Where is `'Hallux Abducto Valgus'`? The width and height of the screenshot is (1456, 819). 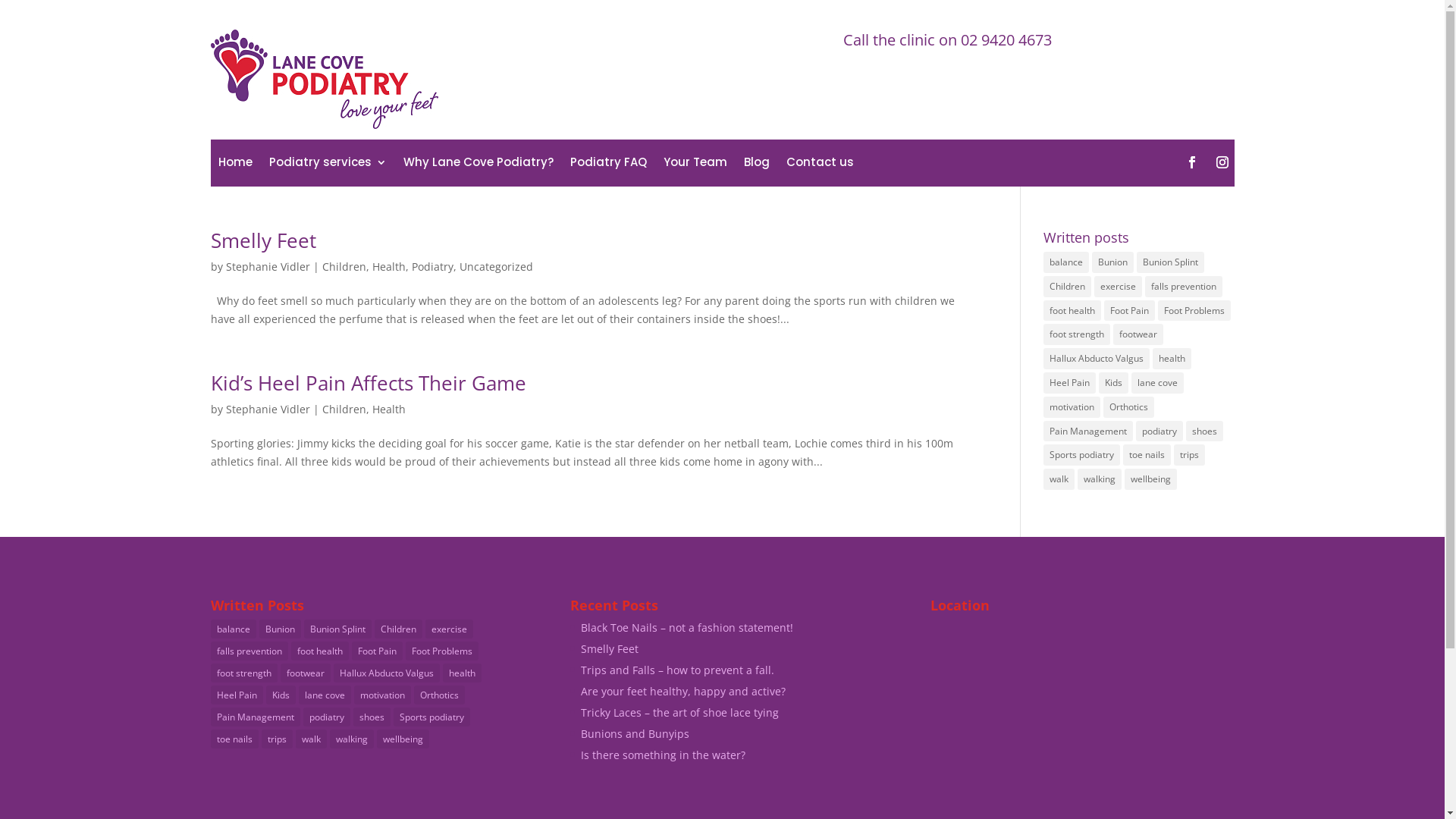
'Hallux Abducto Valgus' is located at coordinates (333, 672).